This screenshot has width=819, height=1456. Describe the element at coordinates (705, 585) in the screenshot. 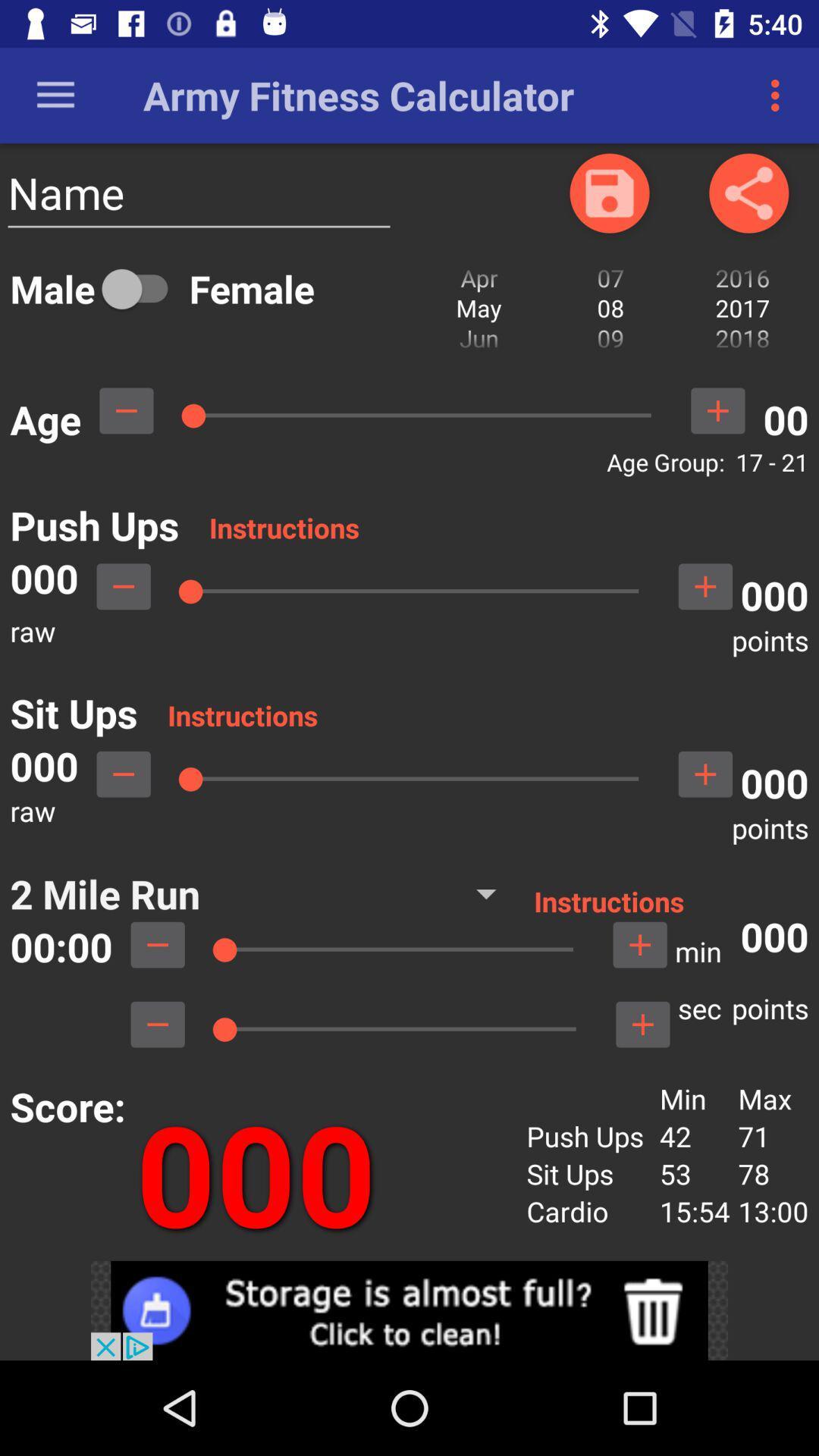

I see `increase number of push ups` at that location.